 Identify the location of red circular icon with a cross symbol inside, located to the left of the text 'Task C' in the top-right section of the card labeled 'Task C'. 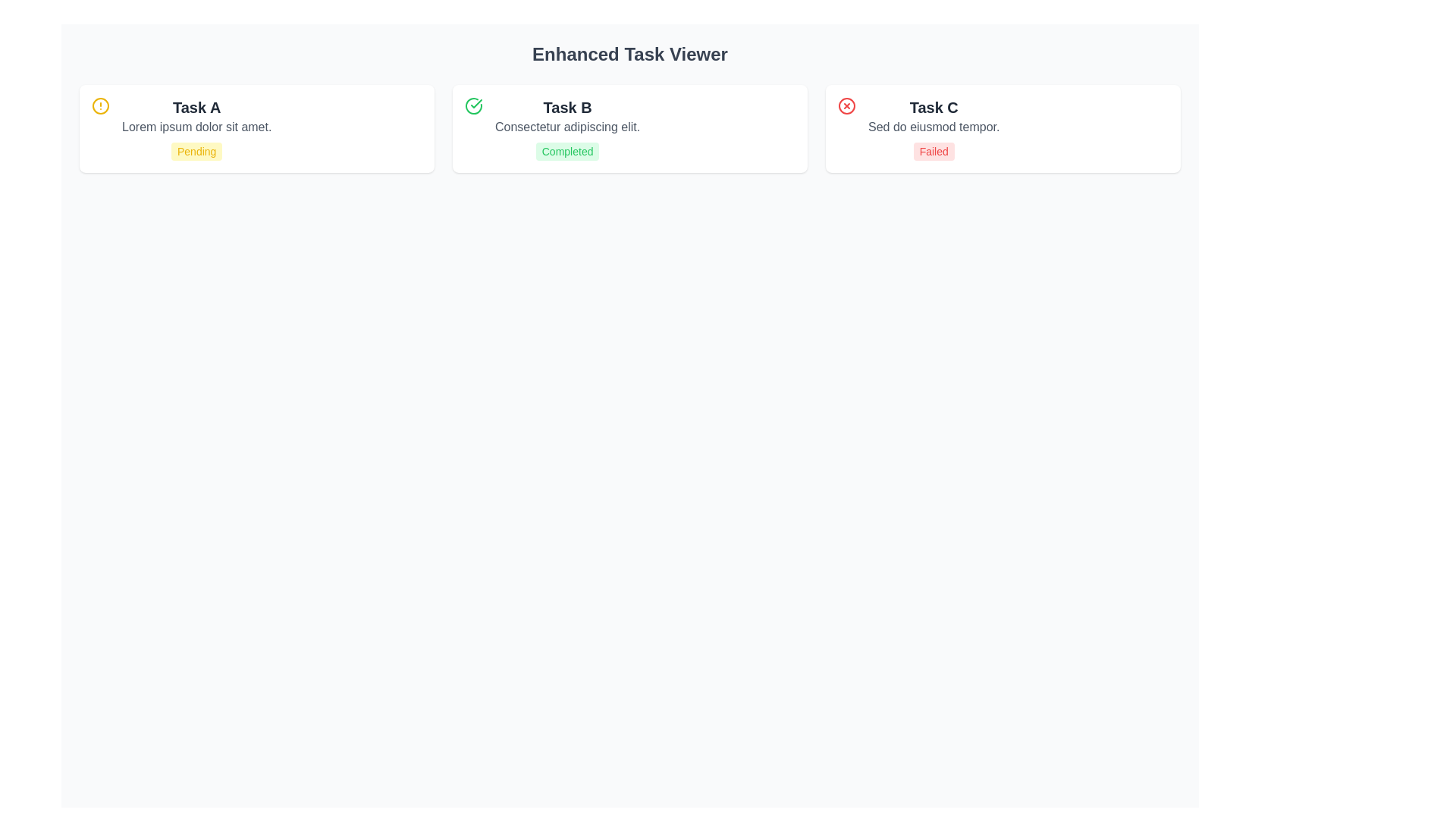
(846, 105).